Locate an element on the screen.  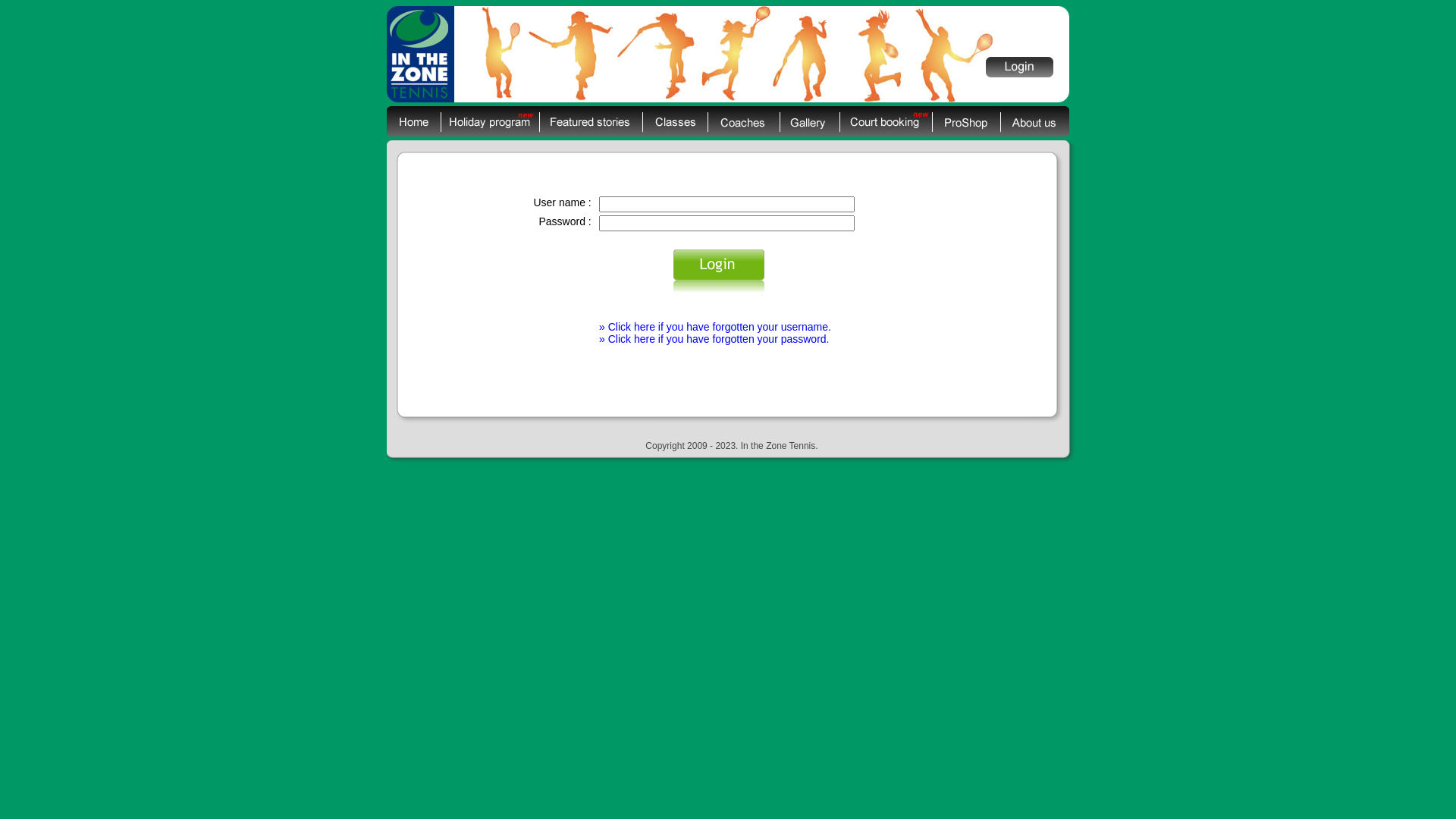
'About us' is located at coordinates (1034, 120).